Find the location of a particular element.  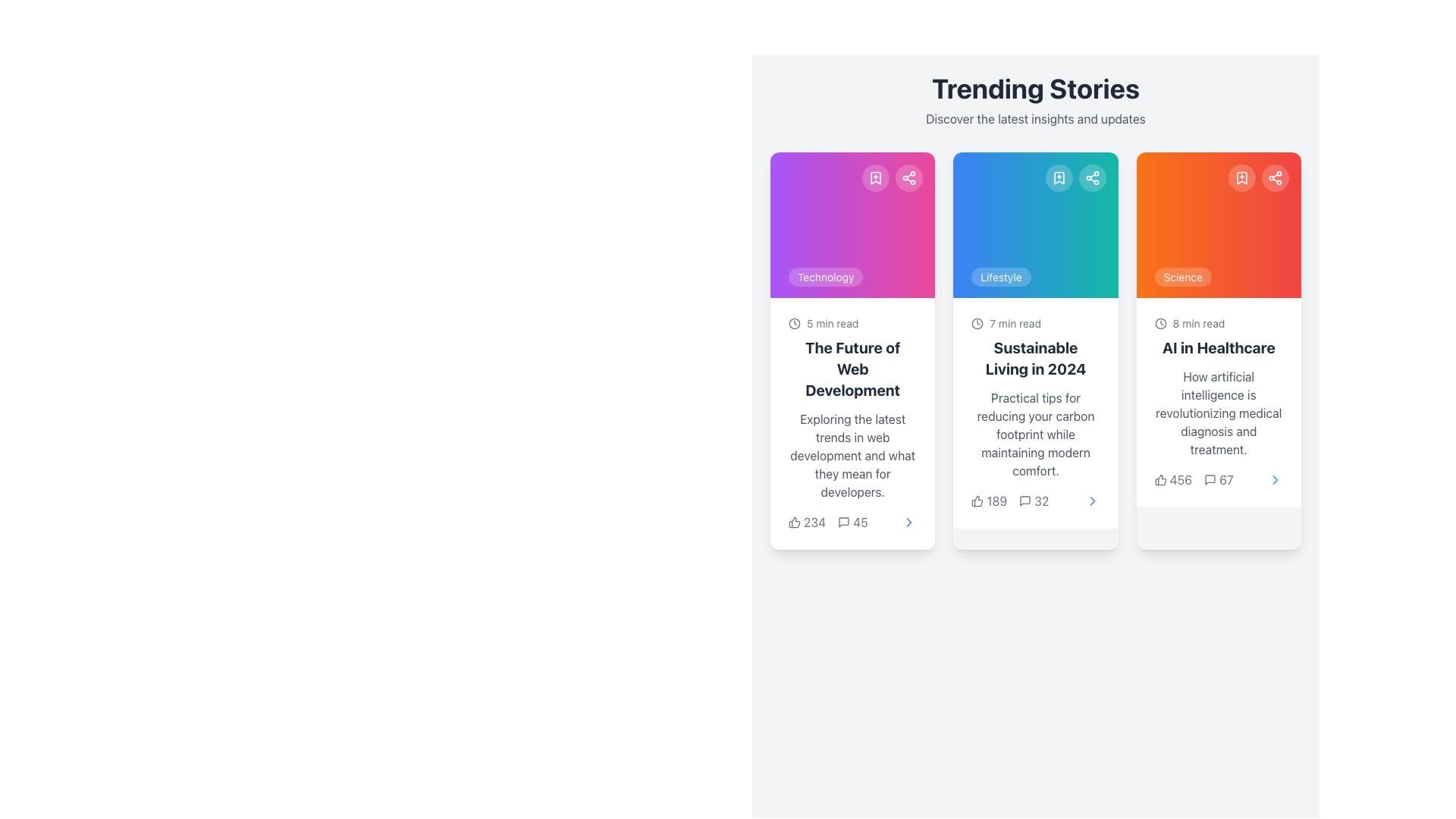

numerical value displayed by the Text element showing the number of likes or approvals for the associated topic, located at the bottom of the middle card, to the left of the statistic marked '32' is located at coordinates (989, 500).